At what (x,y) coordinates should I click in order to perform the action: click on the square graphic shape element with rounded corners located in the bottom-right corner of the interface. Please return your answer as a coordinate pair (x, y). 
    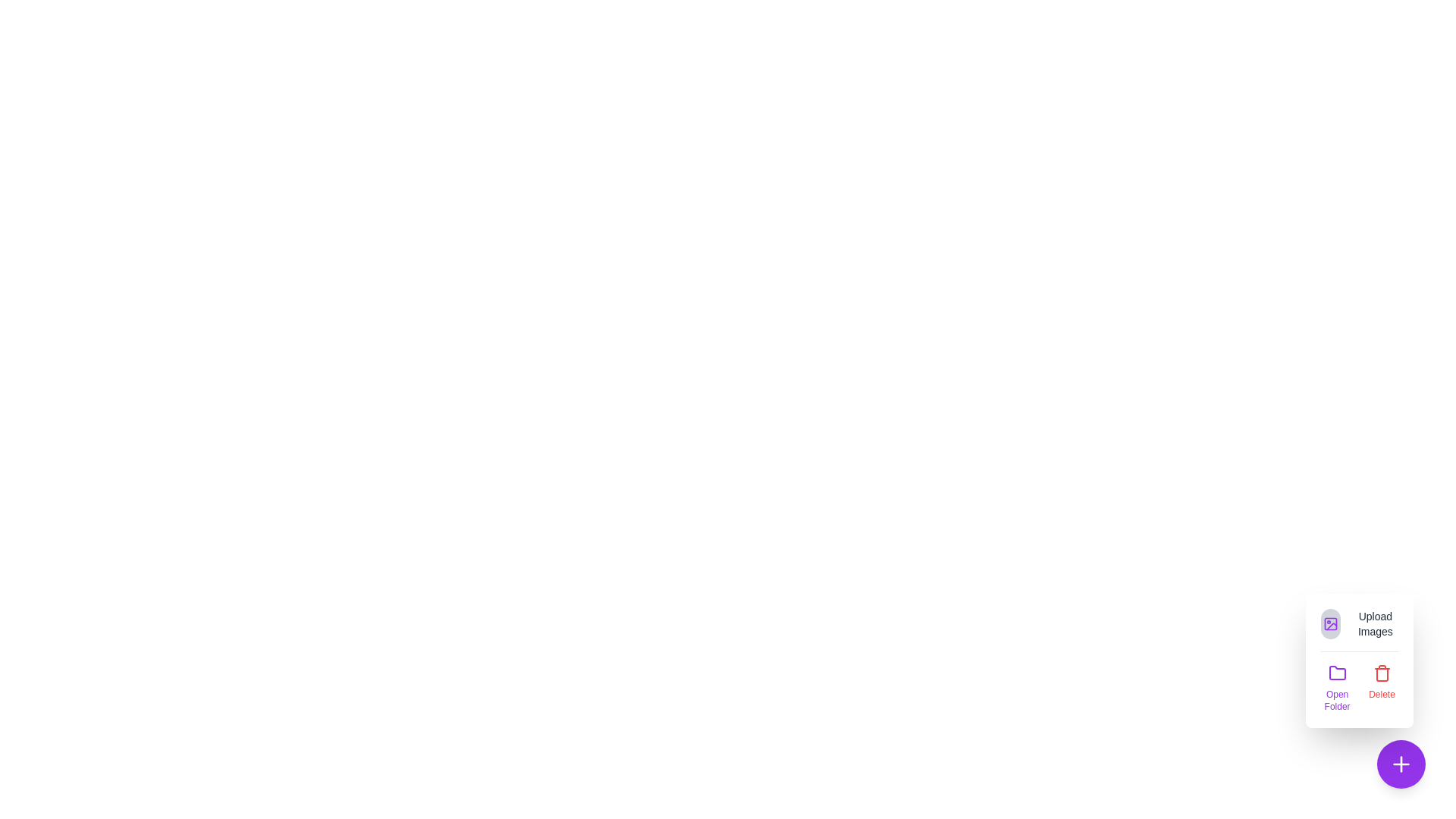
    Looking at the image, I should click on (1329, 623).